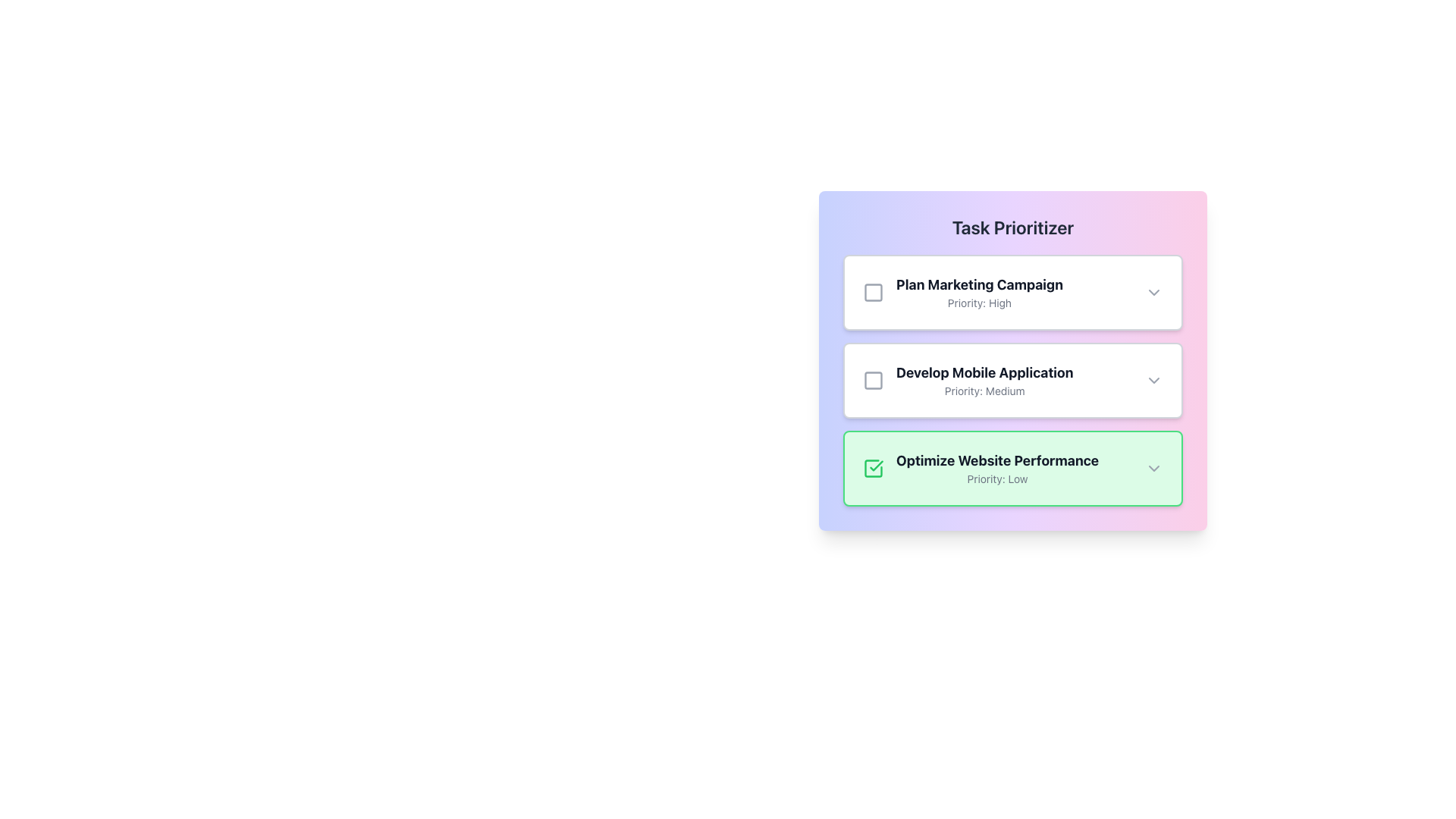  I want to click on the unselected checkbox located to the left of the text 'Develop Mobile Application' in the 'Task Prioritizer' list, so click(874, 379).